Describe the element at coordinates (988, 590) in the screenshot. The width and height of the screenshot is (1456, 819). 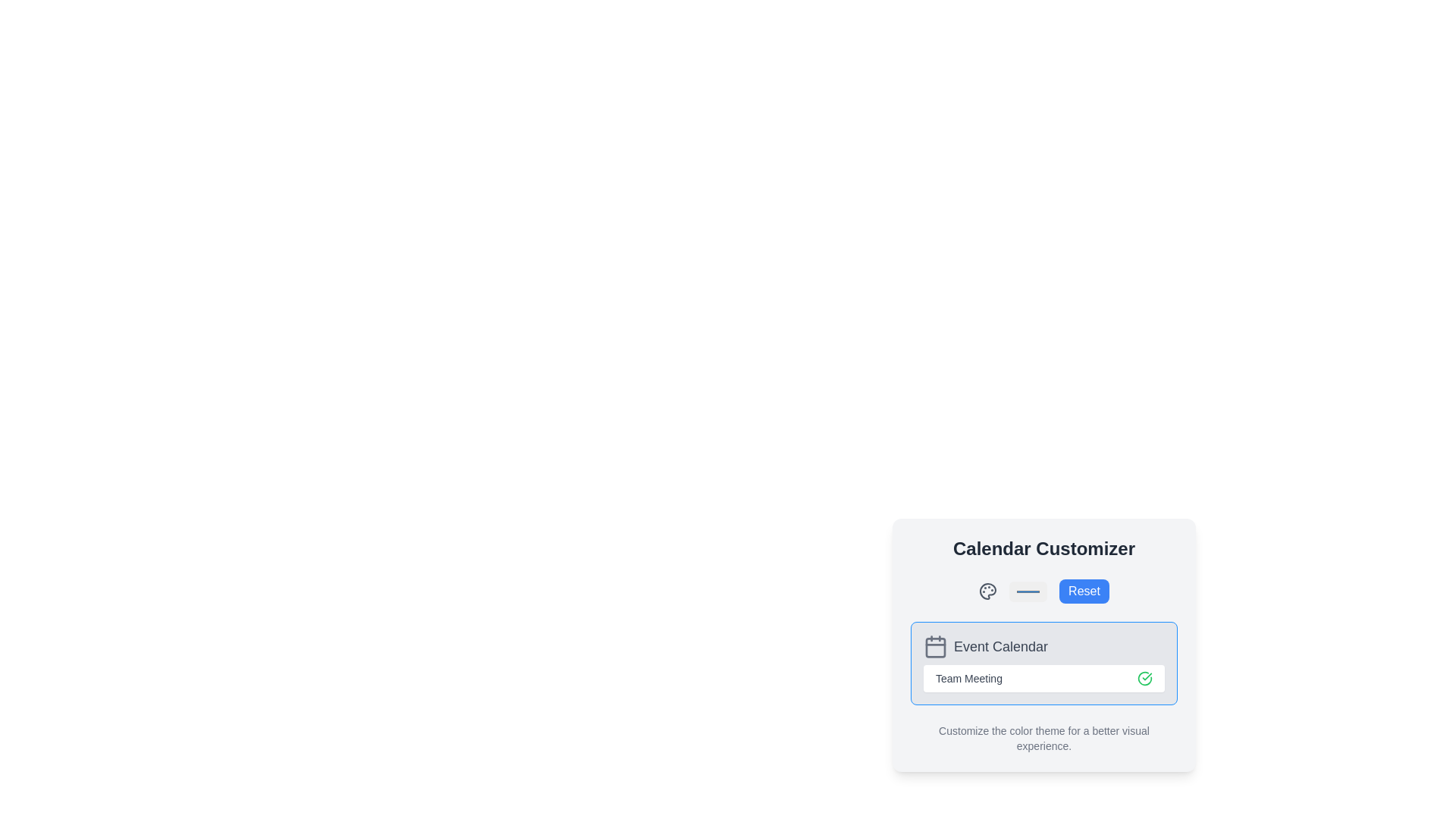
I see `the artist's palette icon located in the header area of the 'Calendar Customizer' section` at that location.